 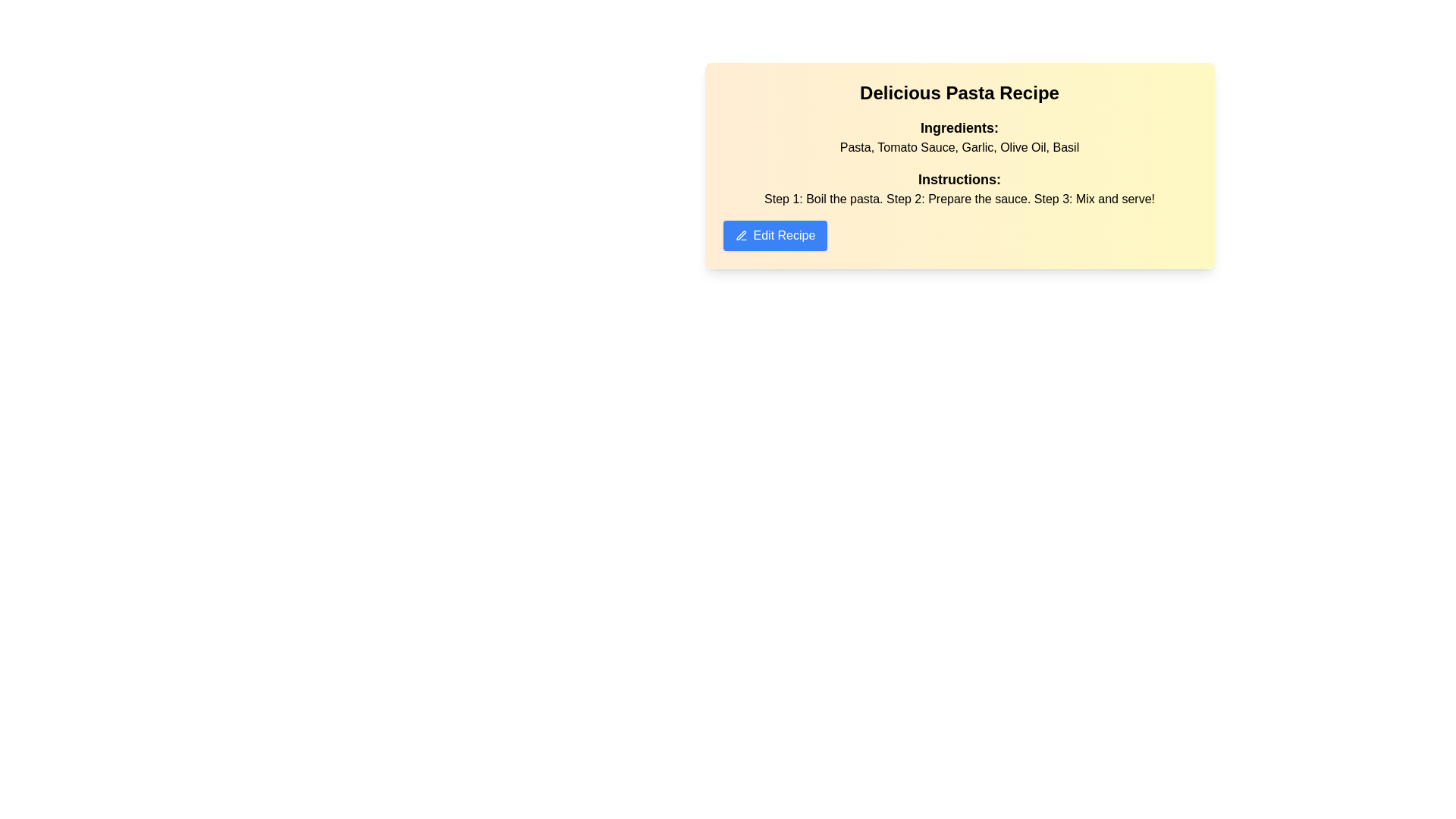 What do you see at coordinates (741, 236) in the screenshot?
I see `the pen icon used for editing within the 'Edit Recipe' button, located at the bottom-left corner of the recipe card` at bounding box center [741, 236].